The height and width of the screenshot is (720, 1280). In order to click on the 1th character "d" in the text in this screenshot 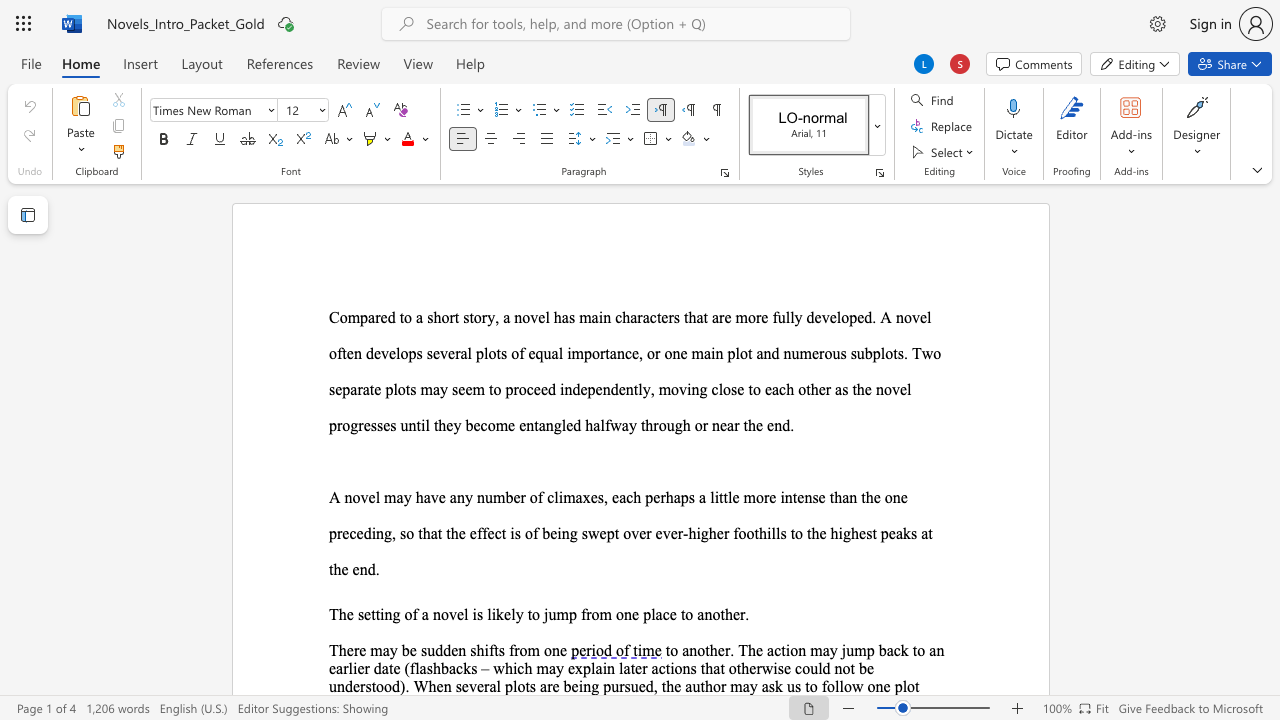, I will do `click(438, 650)`.